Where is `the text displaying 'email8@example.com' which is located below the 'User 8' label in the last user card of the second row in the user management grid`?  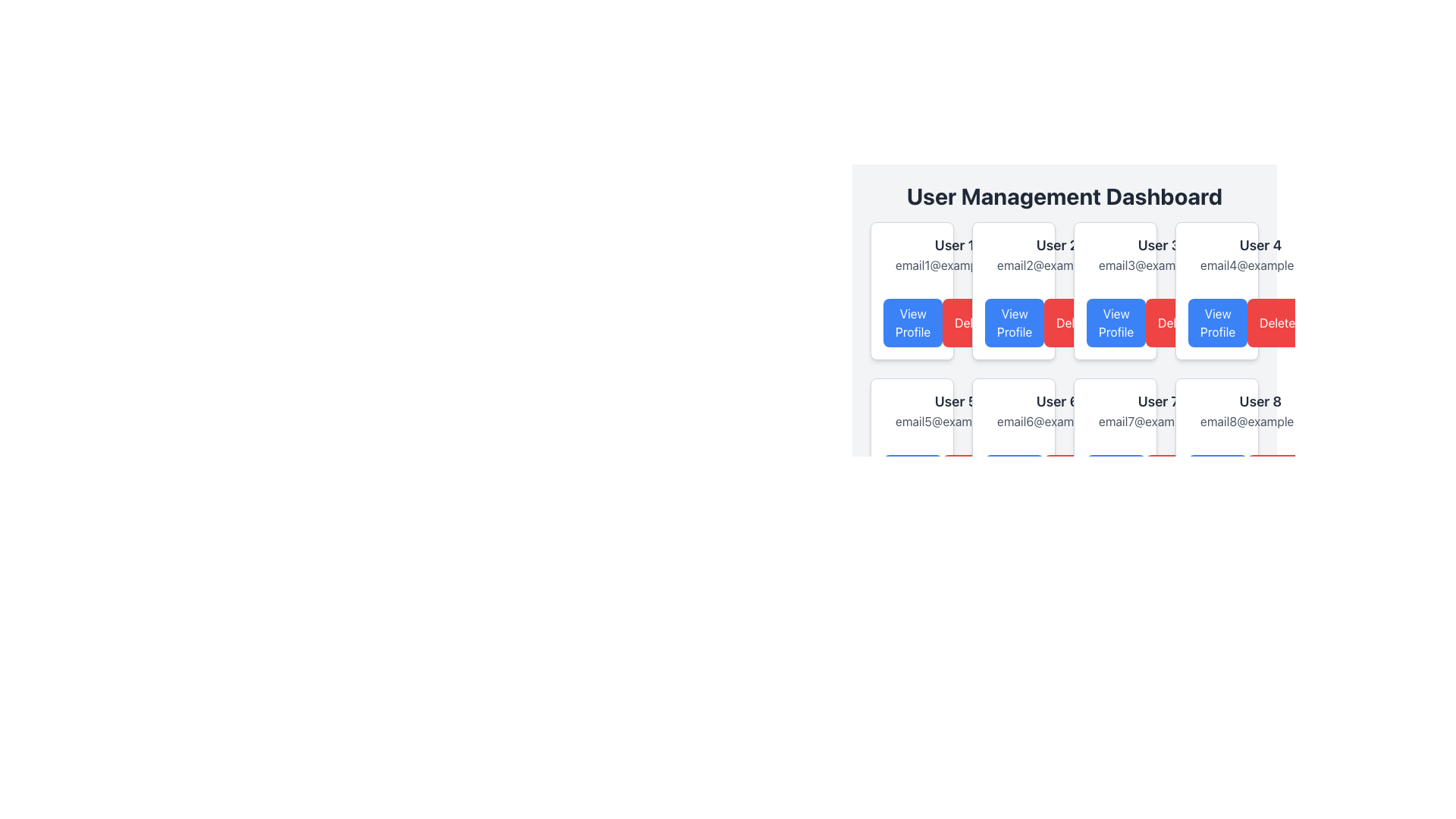 the text displaying 'email8@example.com' which is located below the 'User 8' label in the last user card of the second row in the user management grid is located at coordinates (1216, 411).